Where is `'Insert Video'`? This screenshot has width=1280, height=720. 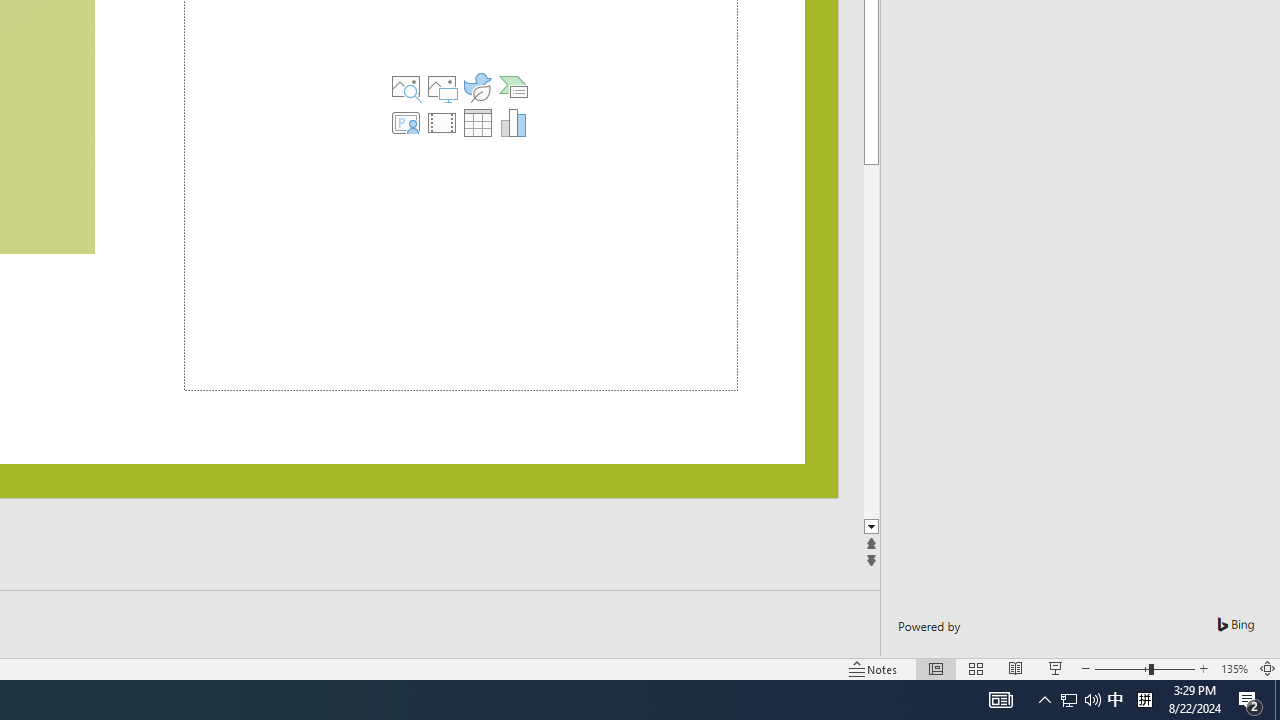 'Insert Video' is located at coordinates (441, 123).